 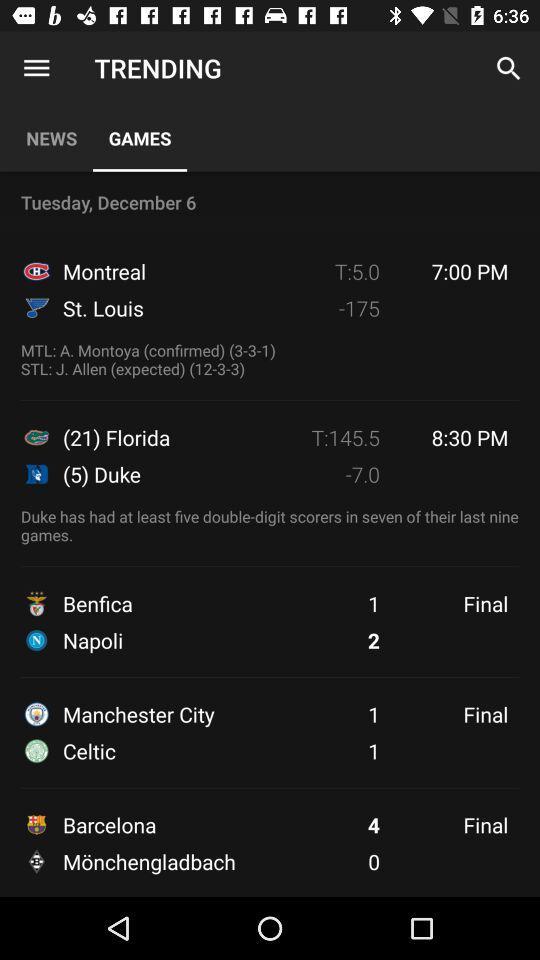 I want to click on the icon above the tuesday, december 6 icon, so click(x=51, y=137).